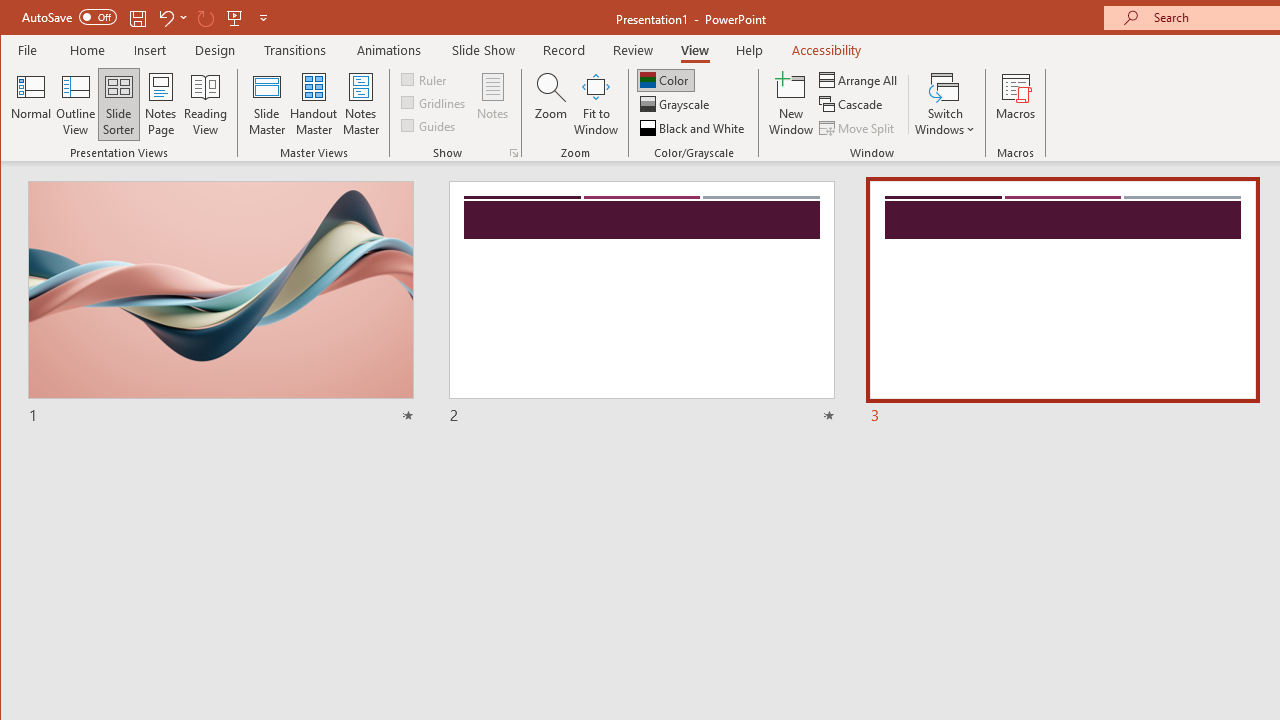 The image size is (1280, 720). Describe the element at coordinates (1016, 104) in the screenshot. I see `'Macros'` at that location.